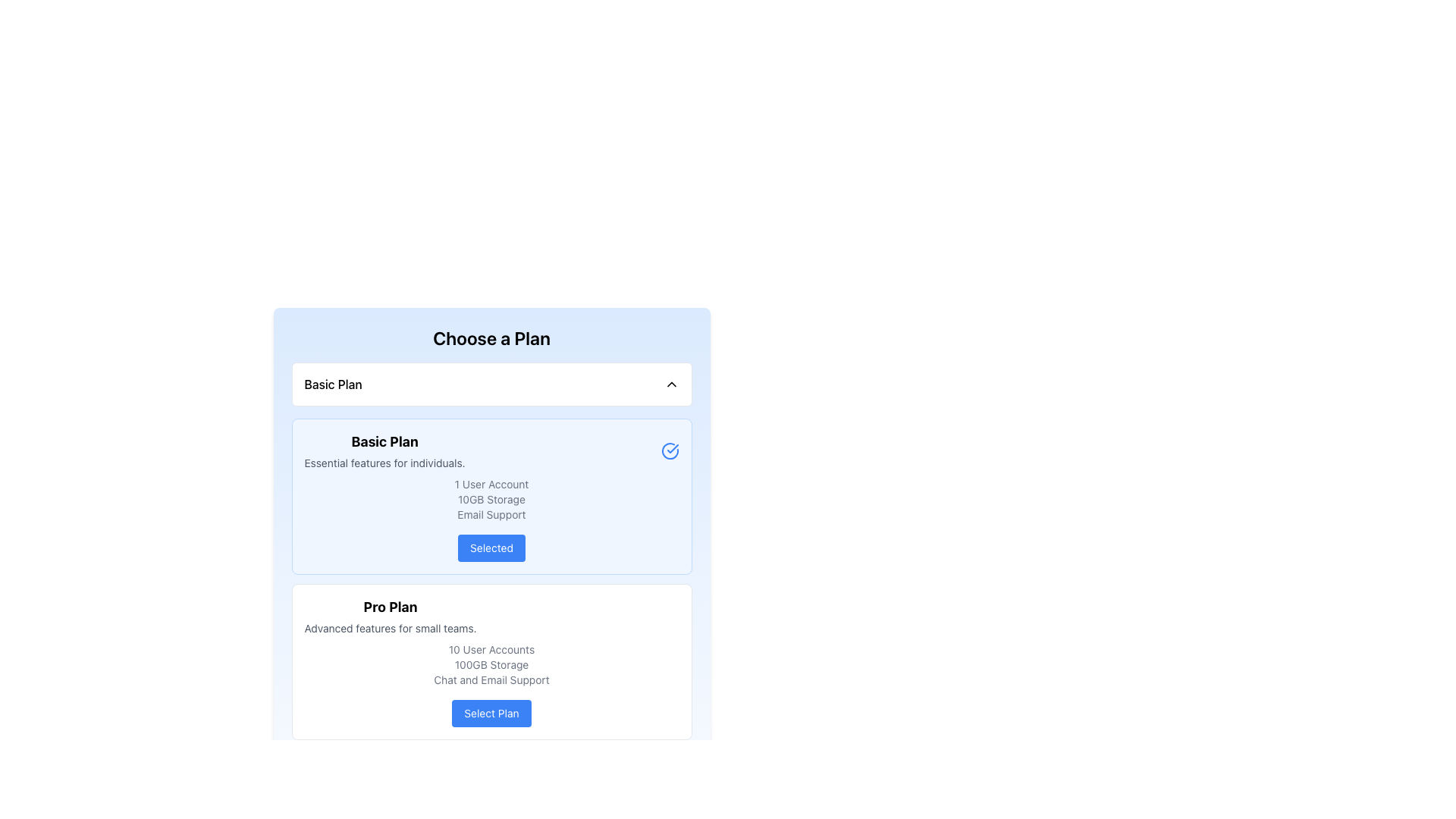 This screenshot has height=819, width=1456. What do you see at coordinates (670, 383) in the screenshot?
I see `the chevron arrow icon located at the top-right corner of the 'Basic Plan' card to indicate the possibility of collapsing or expanding the details` at bounding box center [670, 383].